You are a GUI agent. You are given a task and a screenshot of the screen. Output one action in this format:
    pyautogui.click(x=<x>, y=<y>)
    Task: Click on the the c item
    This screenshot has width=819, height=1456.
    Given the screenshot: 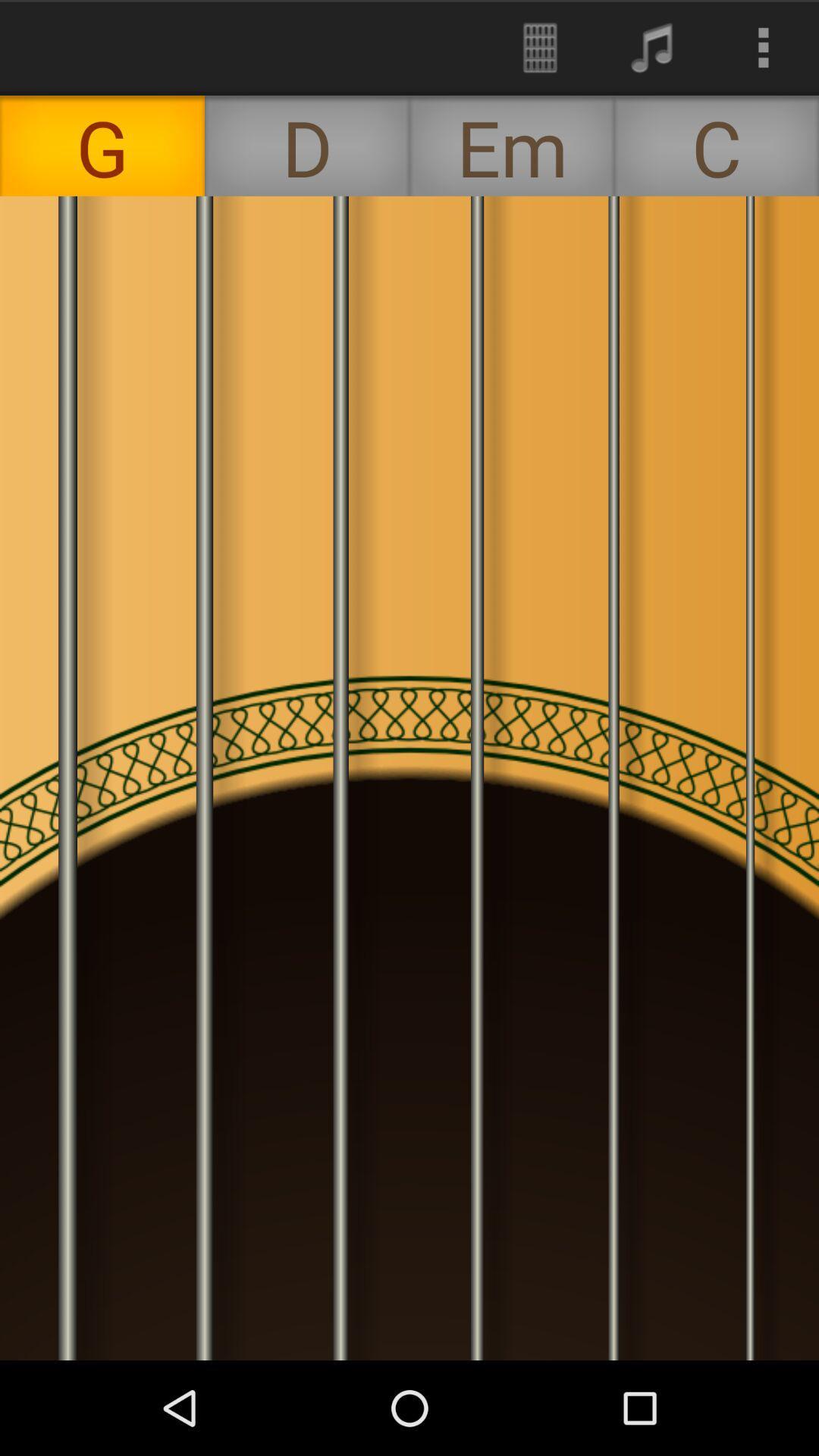 What is the action you would take?
    pyautogui.click(x=717, y=146)
    